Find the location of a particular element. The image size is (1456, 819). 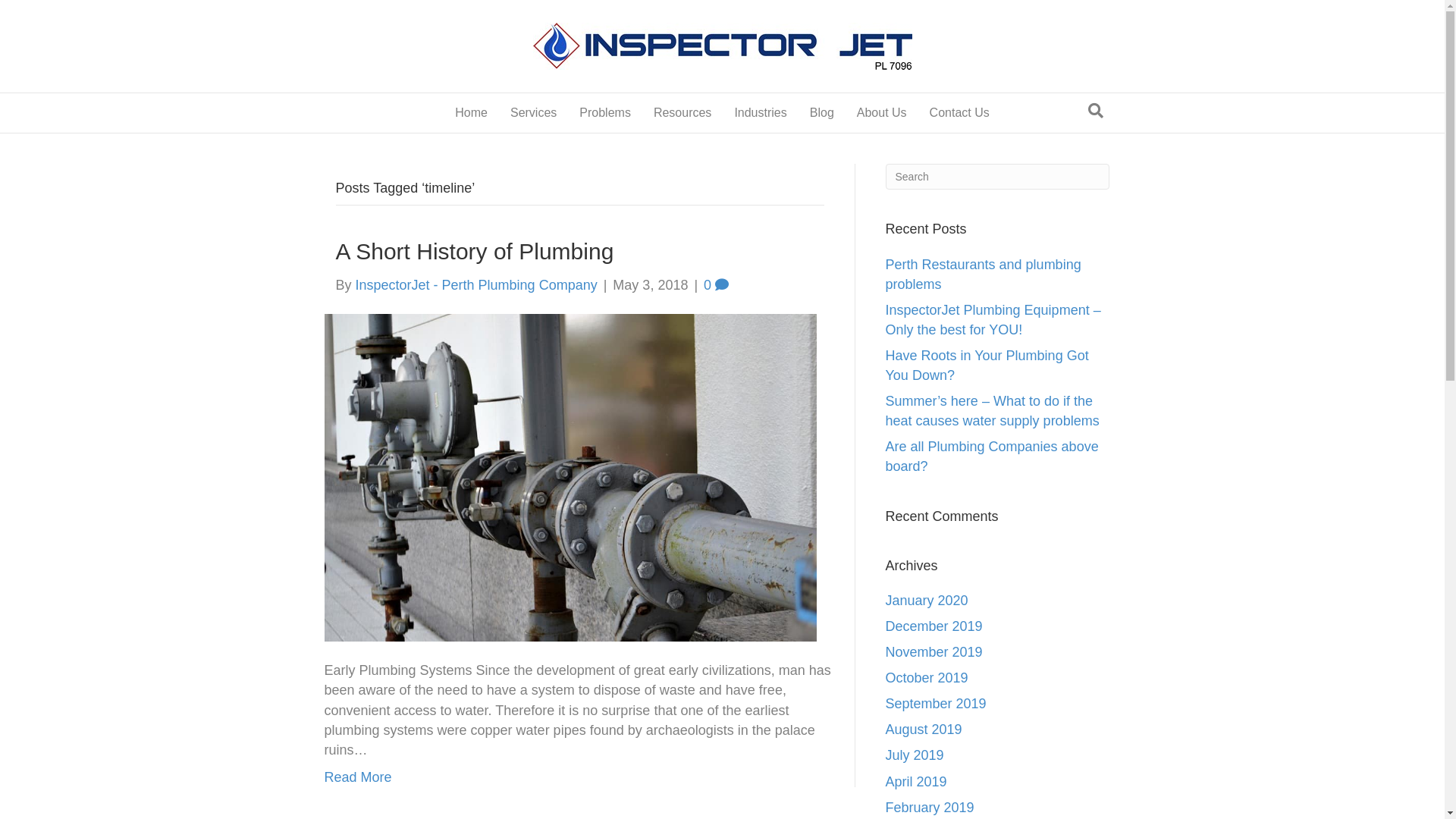

'About Us' is located at coordinates (881, 112).